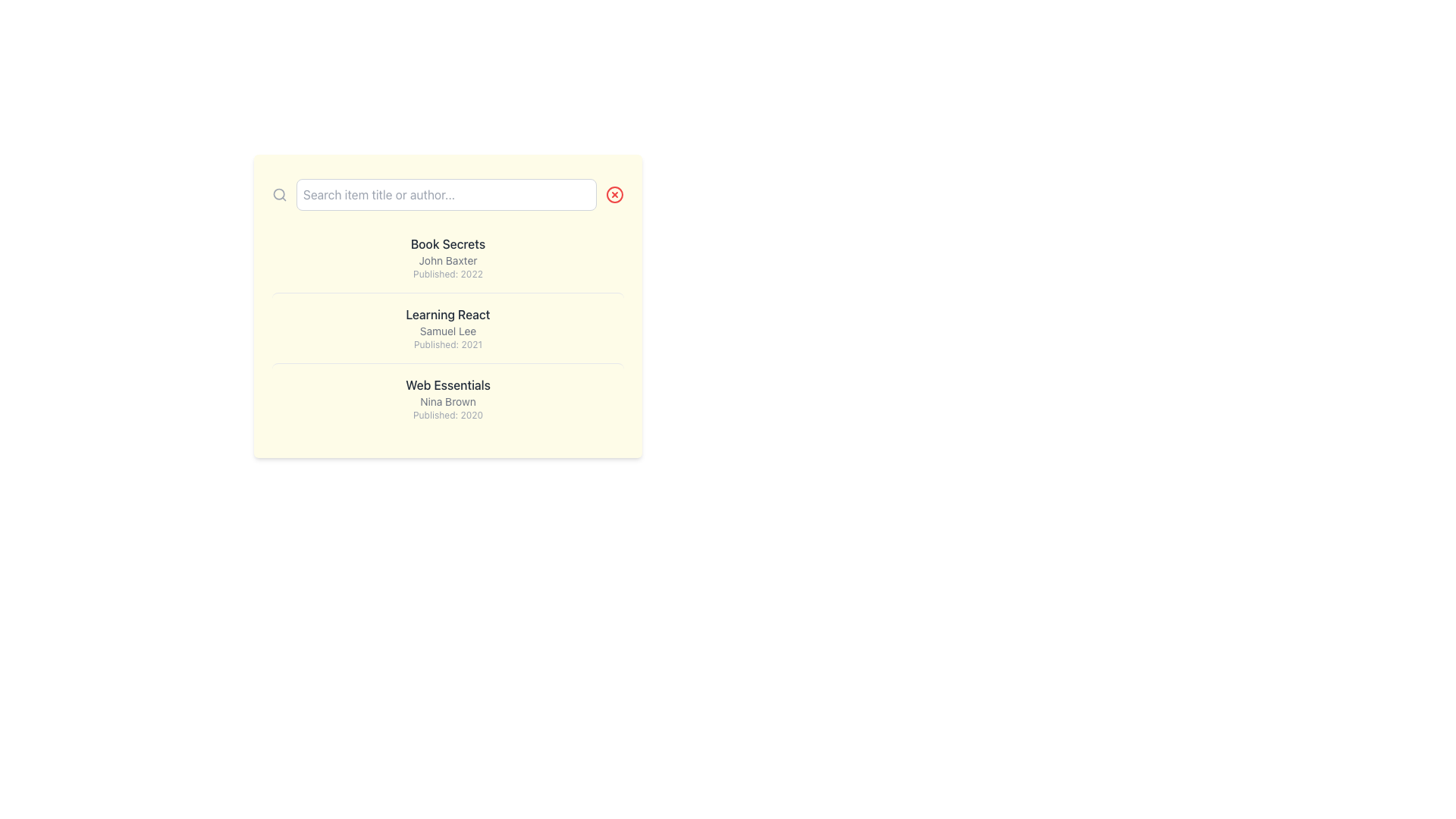  What do you see at coordinates (447, 330) in the screenshot?
I see `text label that says 'Samuel Lee', which is centered within the card for the book 'Learning React' and appears below the title and above the publication date` at bounding box center [447, 330].